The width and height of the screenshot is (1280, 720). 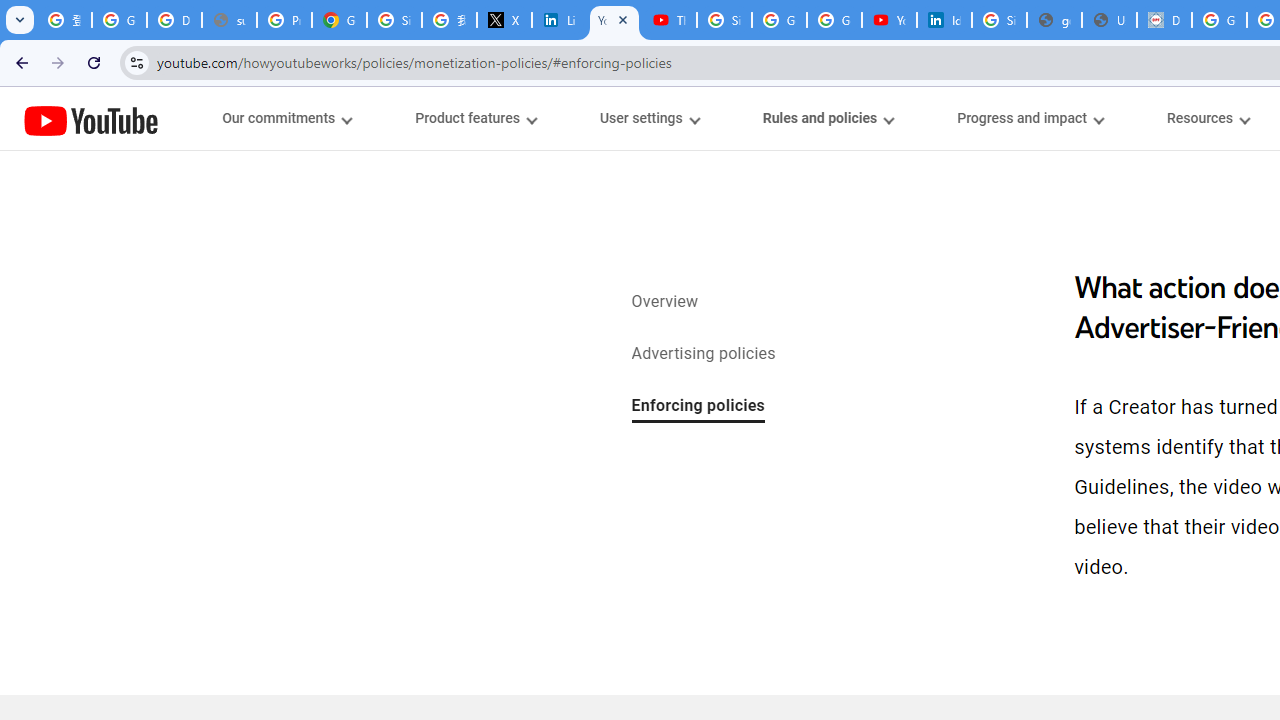 What do you see at coordinates (474, 118) in the screenshot?
I see `'Product features menupopup'` at bounding box center [474, 118].